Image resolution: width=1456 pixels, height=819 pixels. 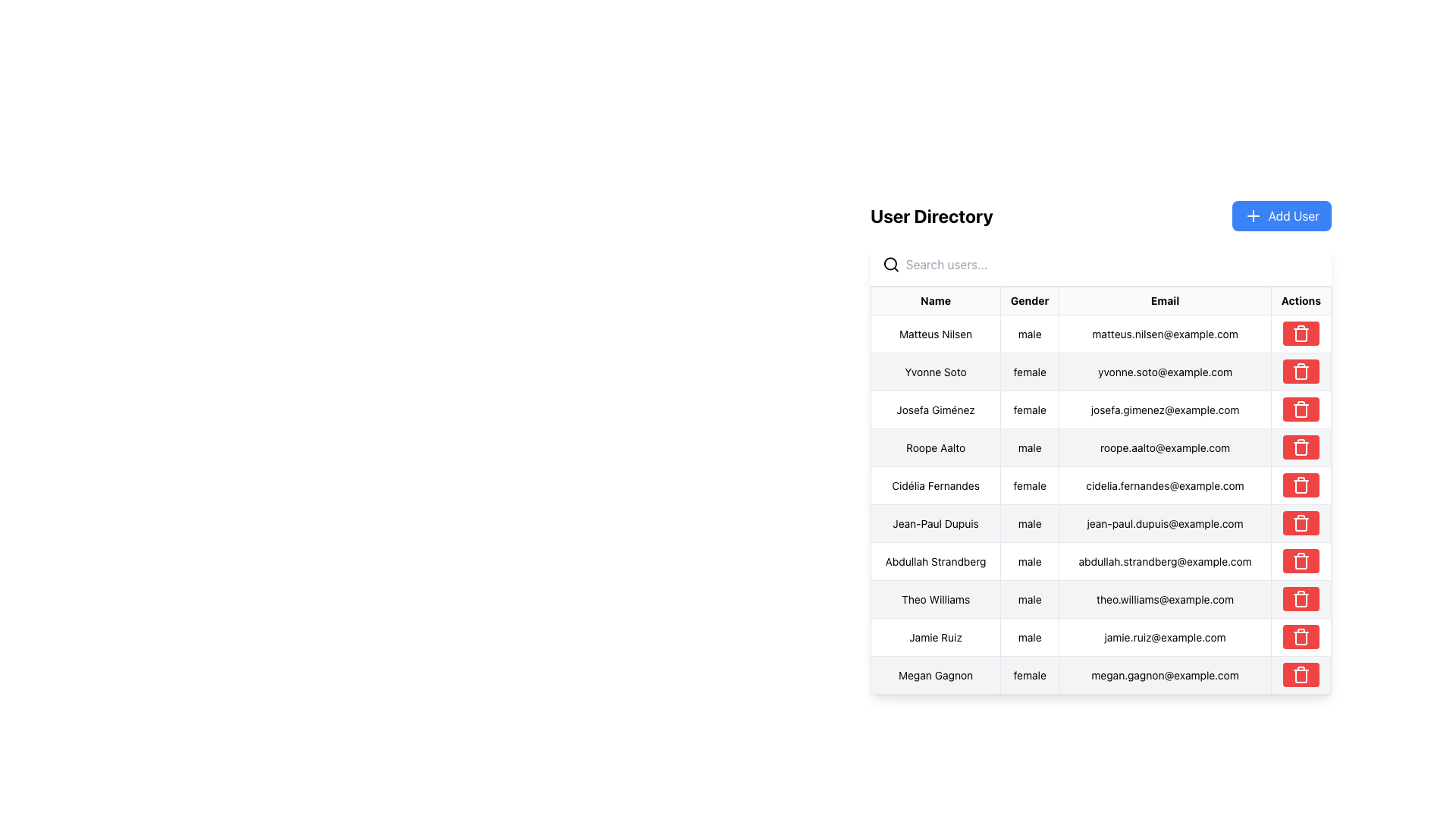 I want to click on the red rounded button with a white trash icon in the 'Actions' column for the user 'Jamie Ruiz' to initiate the delete action for that user record, so click(x=1300, y=637).